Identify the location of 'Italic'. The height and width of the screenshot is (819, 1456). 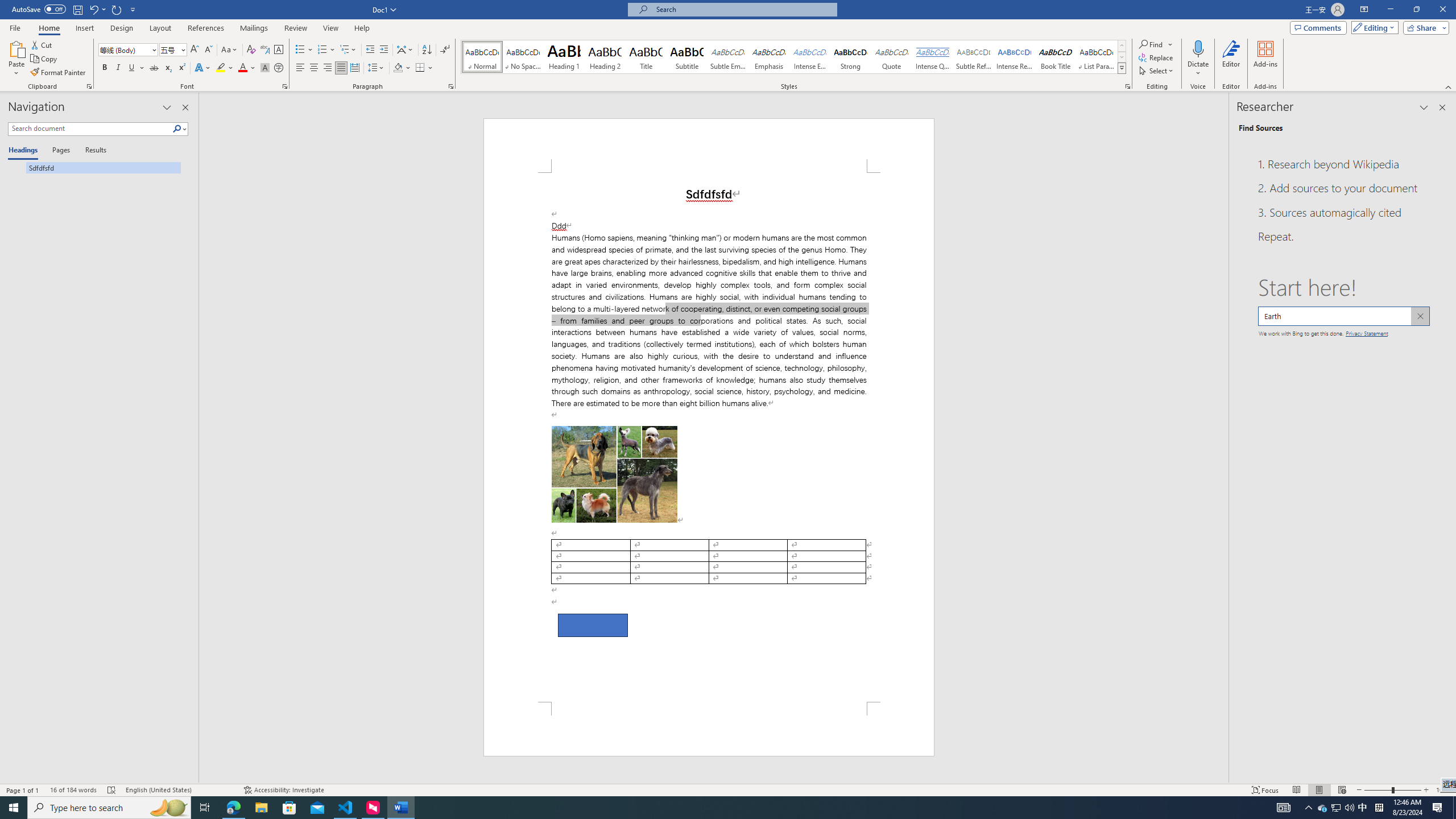
(118, 67).